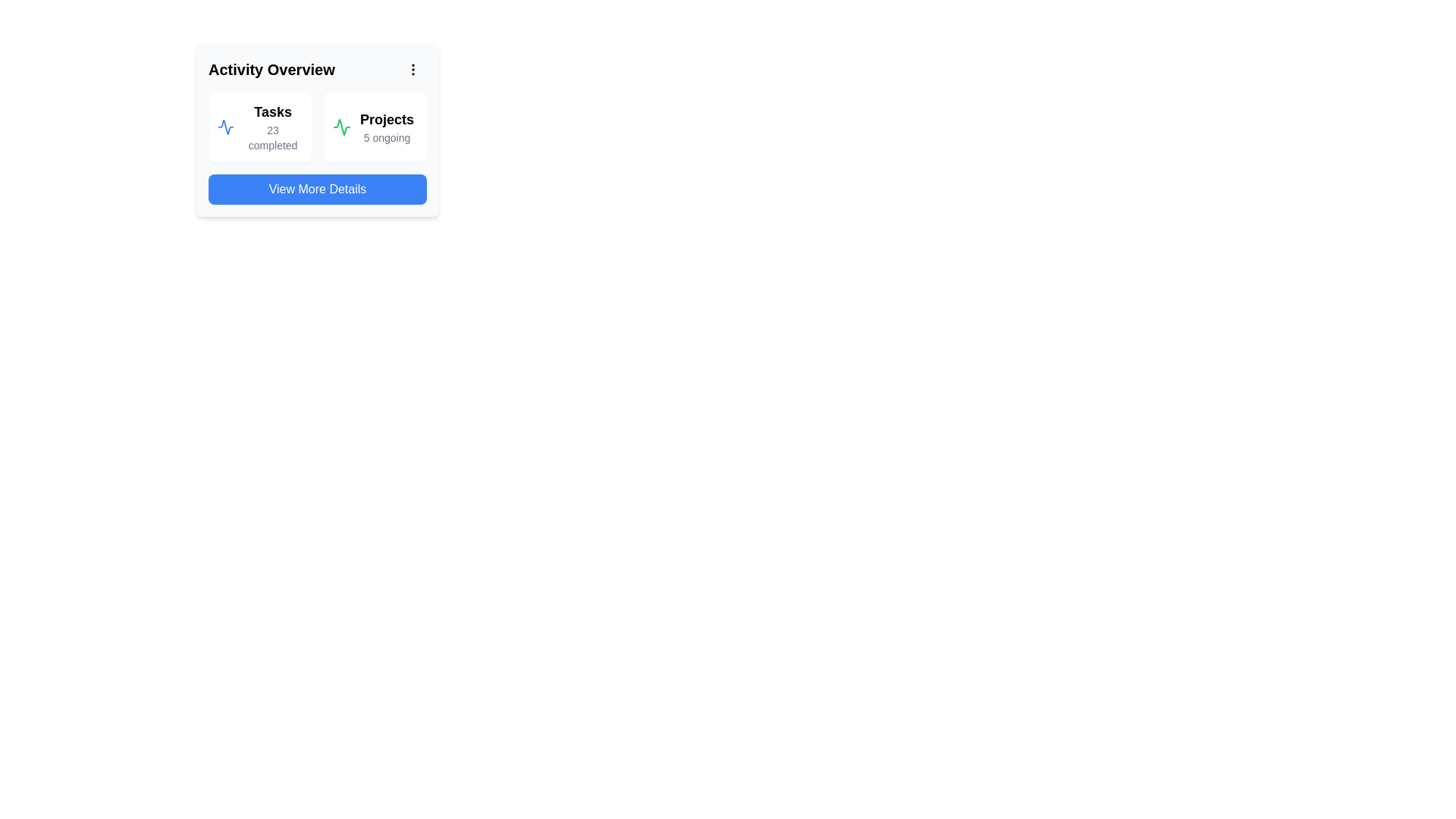  I want to click on text of the 'Tasks' label located in the upper-left section of the card layout, above the text '23 completed', so click(273, 111).